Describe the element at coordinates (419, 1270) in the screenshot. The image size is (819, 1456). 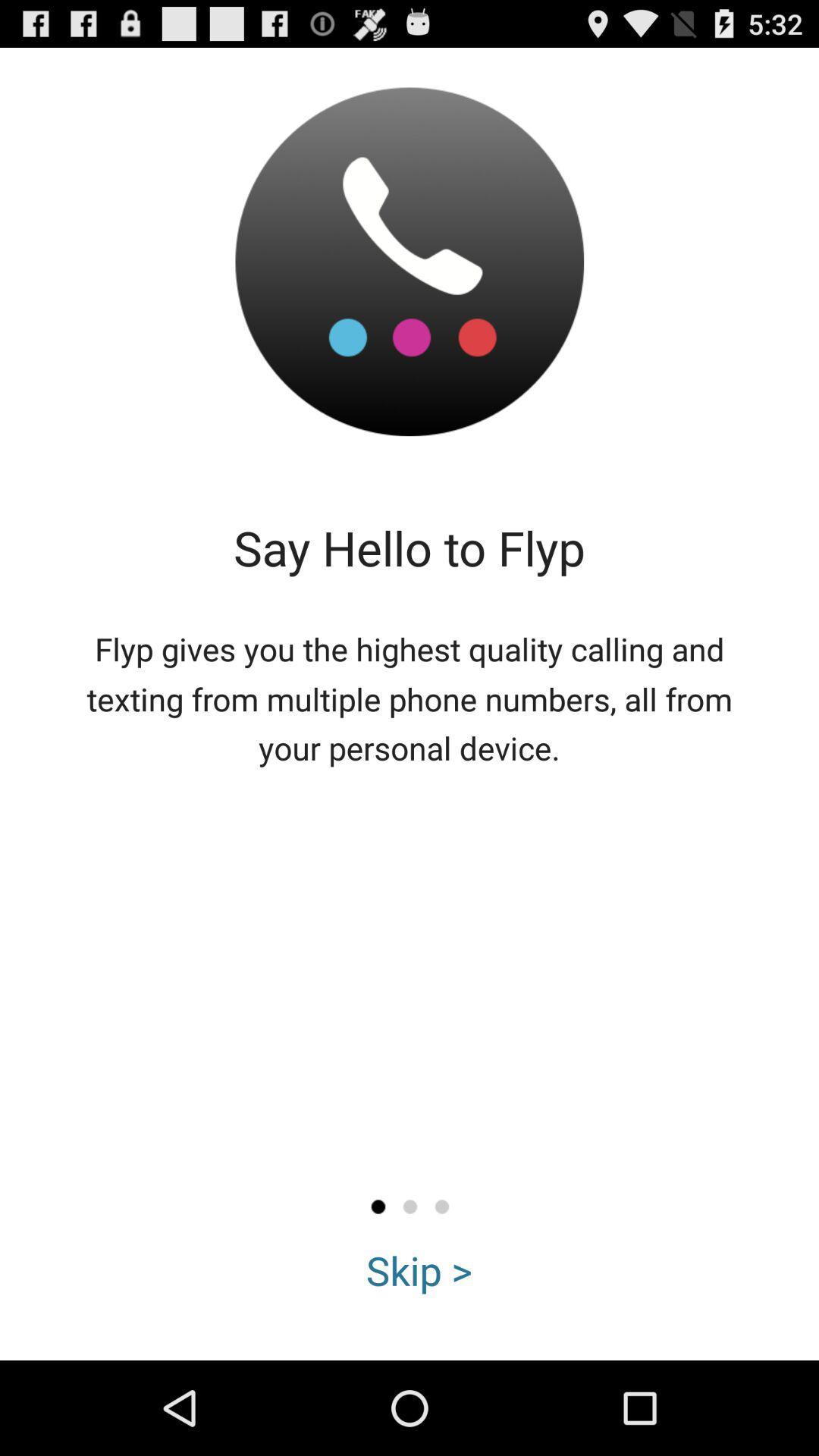
I see `skip > icon` at that location.